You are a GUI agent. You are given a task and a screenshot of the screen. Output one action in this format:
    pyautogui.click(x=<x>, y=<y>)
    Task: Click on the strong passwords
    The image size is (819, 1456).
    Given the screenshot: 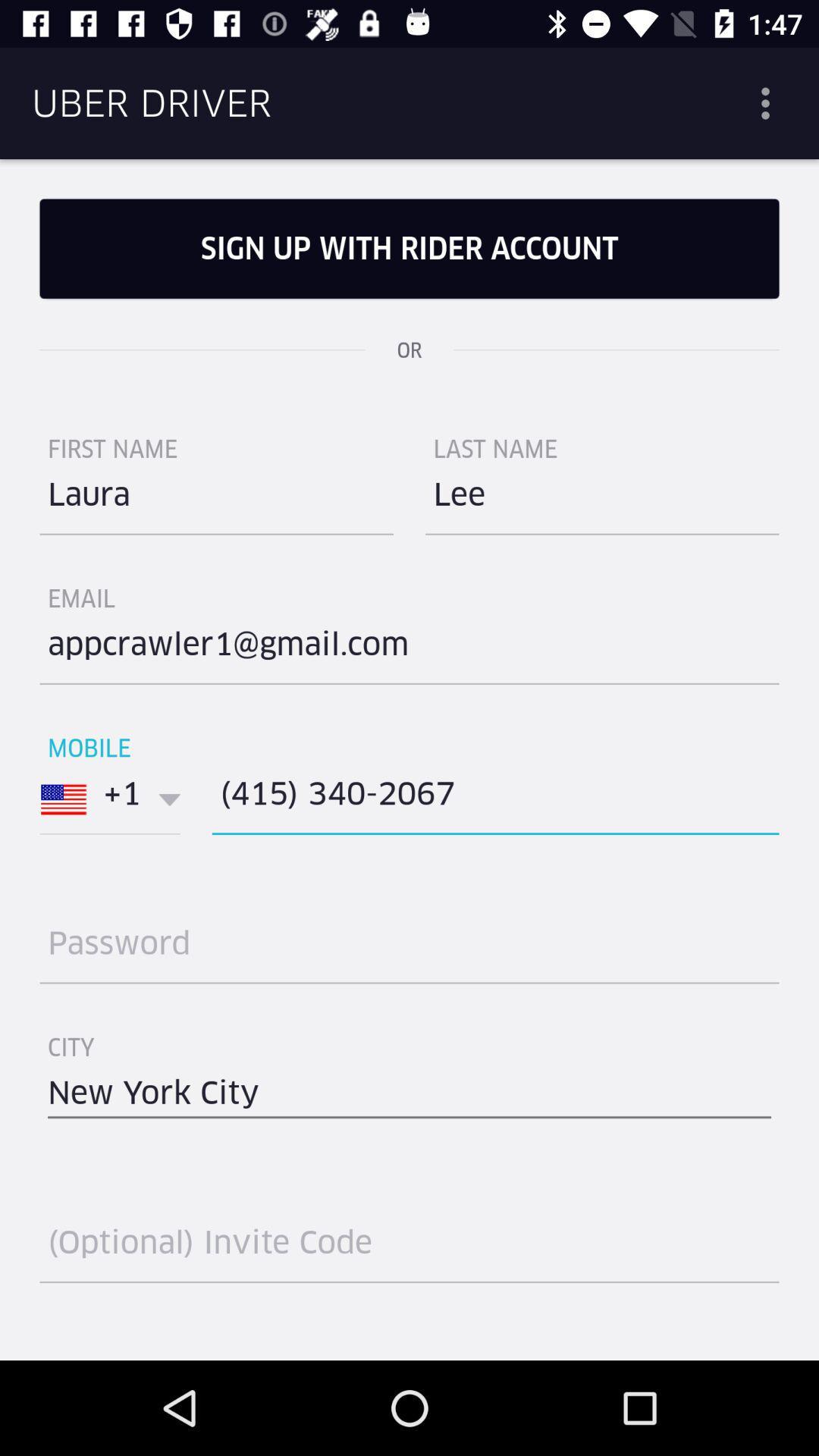 What is the action you would take?
    pyautogui.click(x=409, y=949)
    